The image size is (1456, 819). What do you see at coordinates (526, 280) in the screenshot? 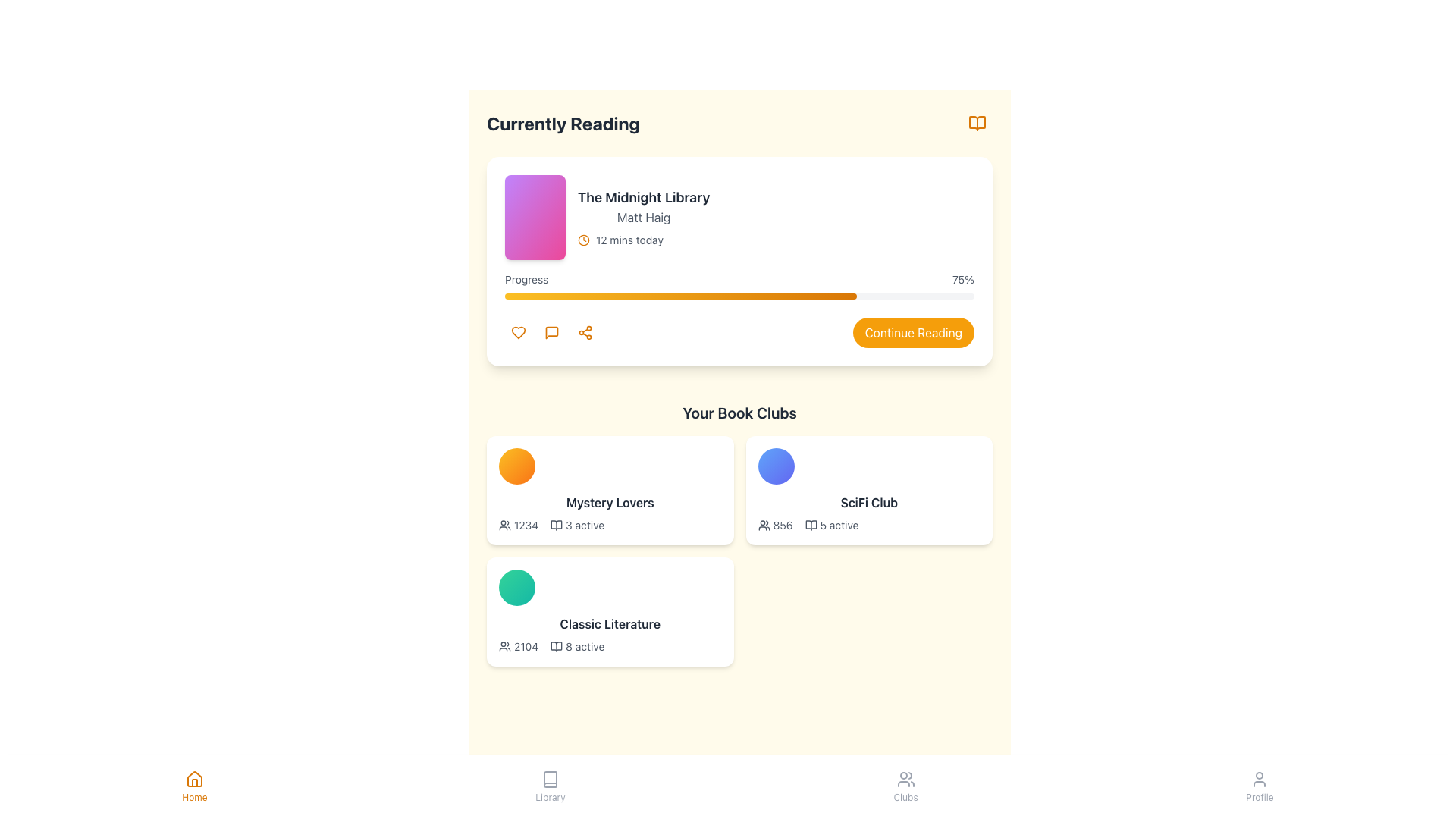
I see `the Text Label that serves as a label for the progress bar, located above it and displaying '75%'` at bounding box center [526, 280].